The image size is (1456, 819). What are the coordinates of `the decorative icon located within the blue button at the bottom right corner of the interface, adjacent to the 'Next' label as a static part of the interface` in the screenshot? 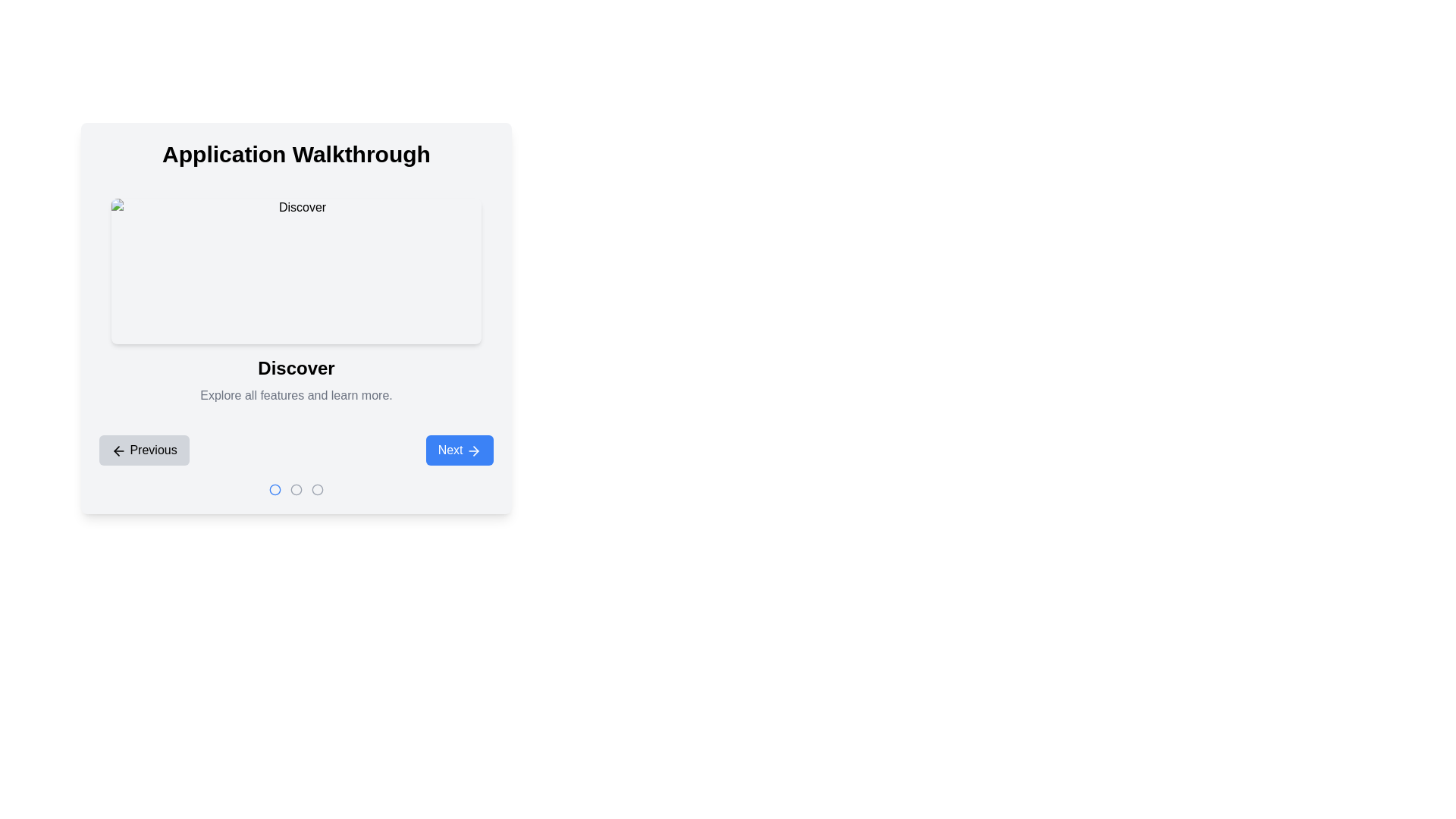 It's located at (472, 450).